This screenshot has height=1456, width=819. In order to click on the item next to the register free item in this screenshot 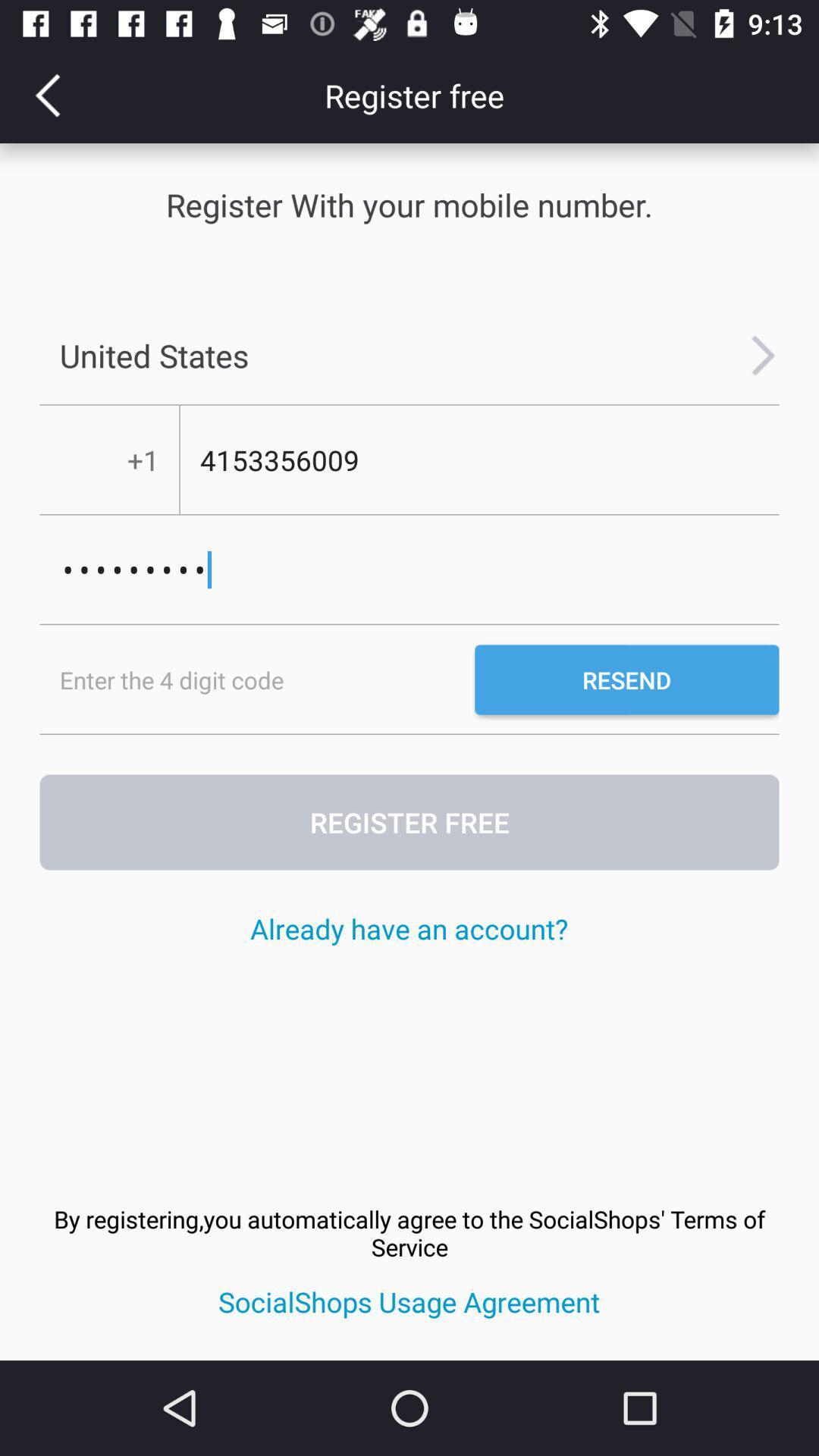, I will do `click(46, 94)`.